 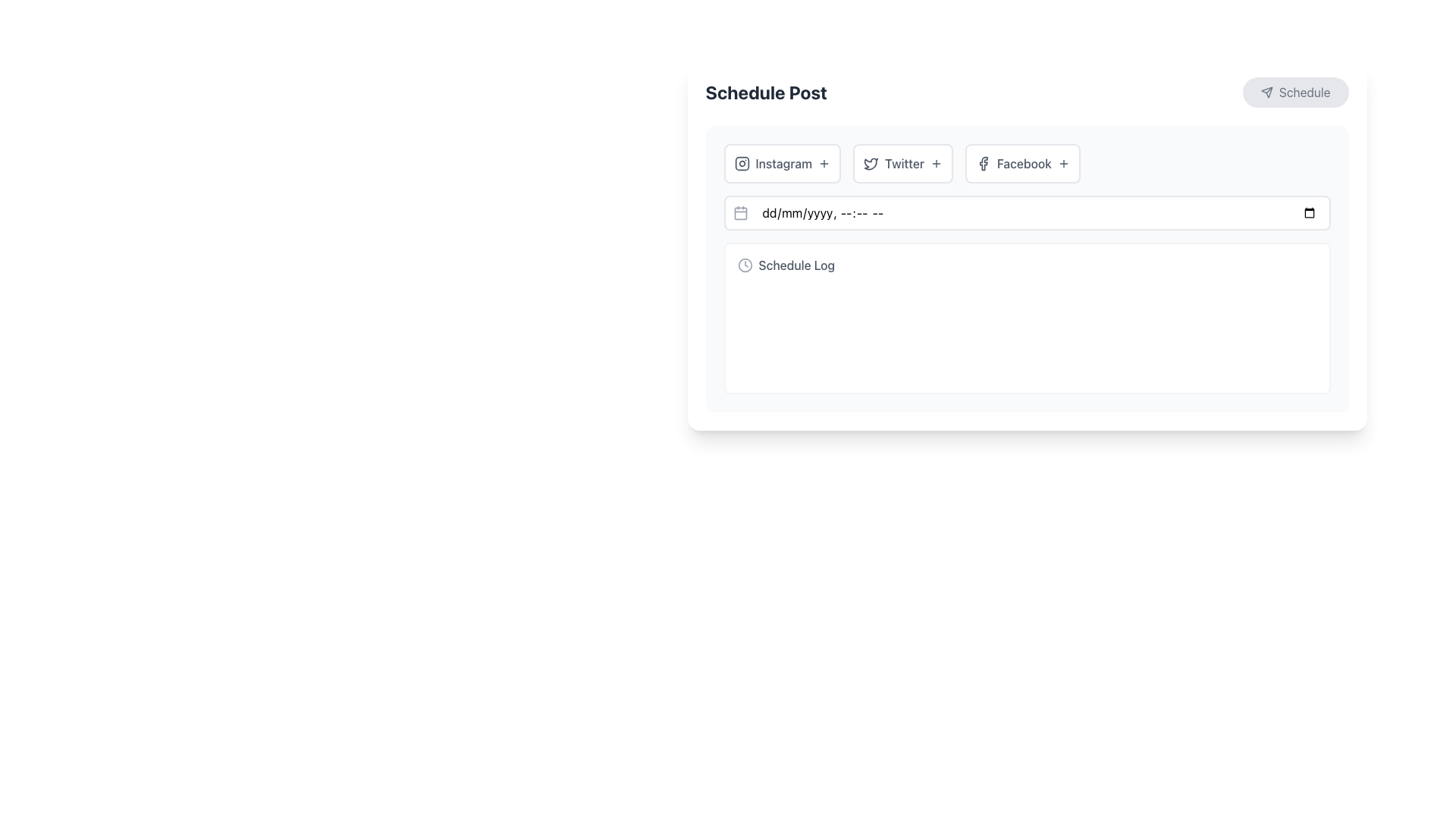 I want to click on the Twitter decorative logo icon located within the Twitter button, positioned centrally between the Instagram and Facebook buttons, so click(x=871, y=164).